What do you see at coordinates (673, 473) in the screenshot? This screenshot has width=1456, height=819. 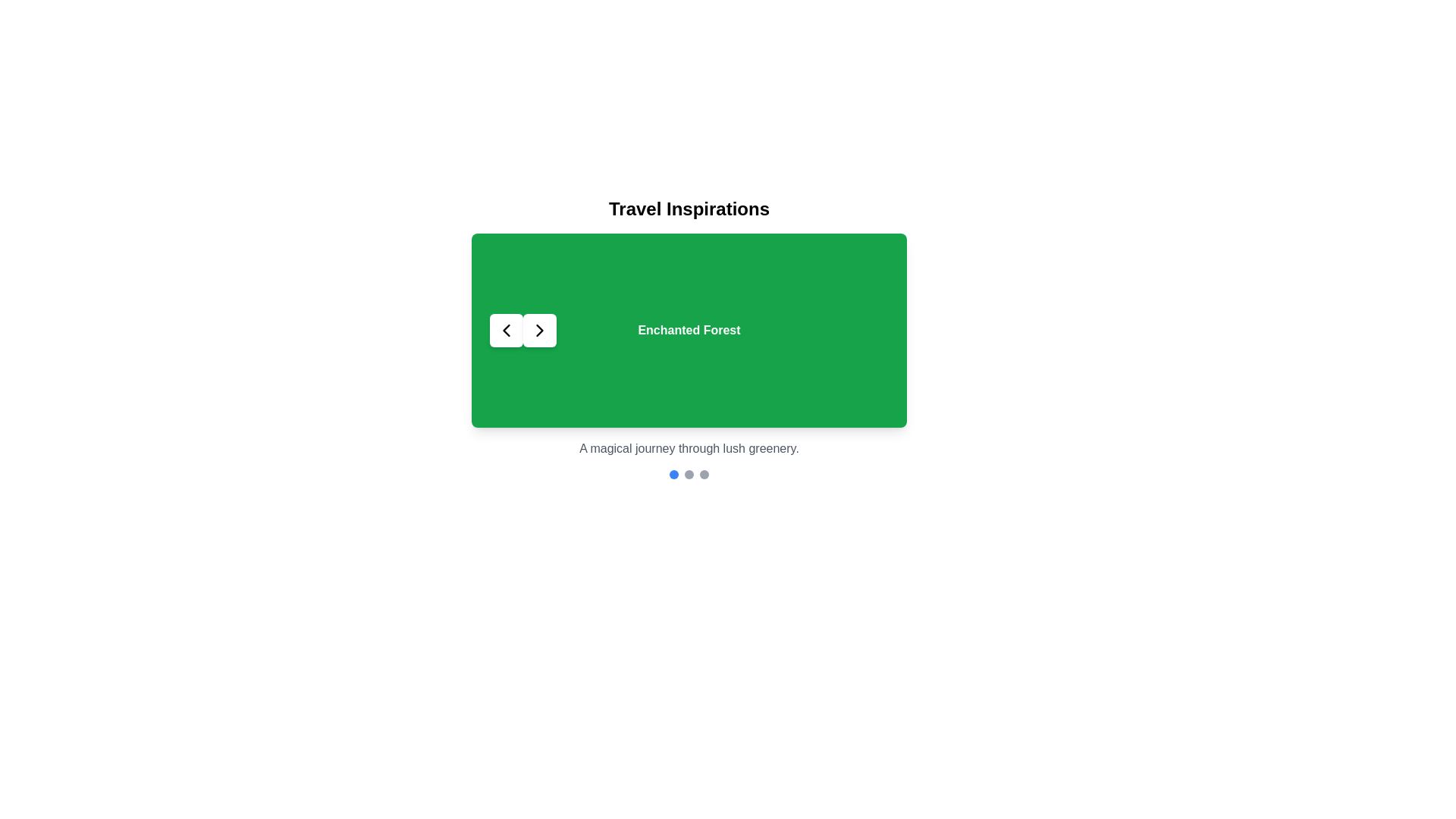 I see `the blue progress indicator dot located under the text 'A magical journey through lush greenery' to change the slide` at bounding box center [673, 473].